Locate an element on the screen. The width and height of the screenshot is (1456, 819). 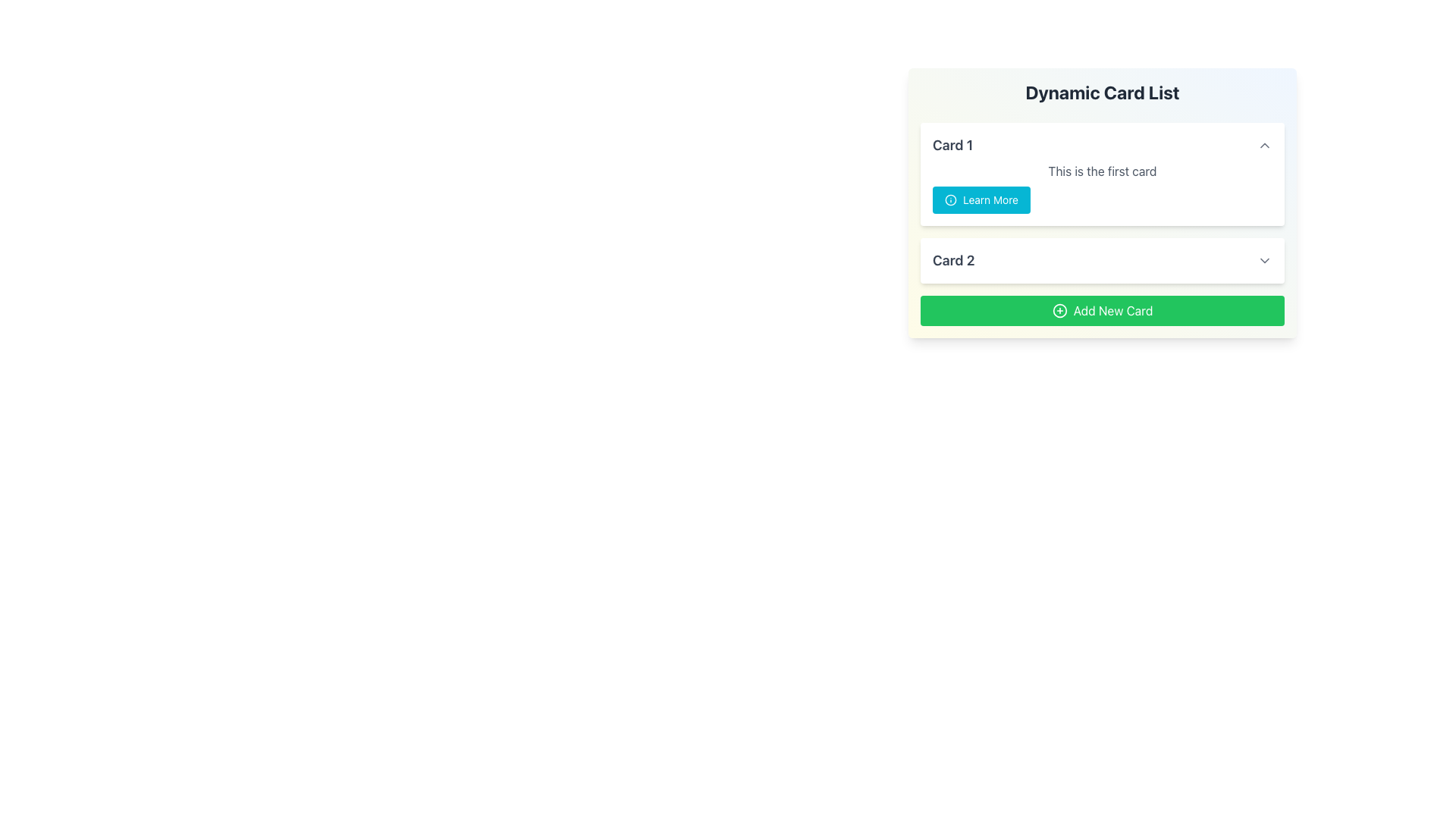
the Static Text element that reads 'This is the first card', which is centrally positioned in the first card of a list of dynamic cards is located at coordinates (1103, 171).